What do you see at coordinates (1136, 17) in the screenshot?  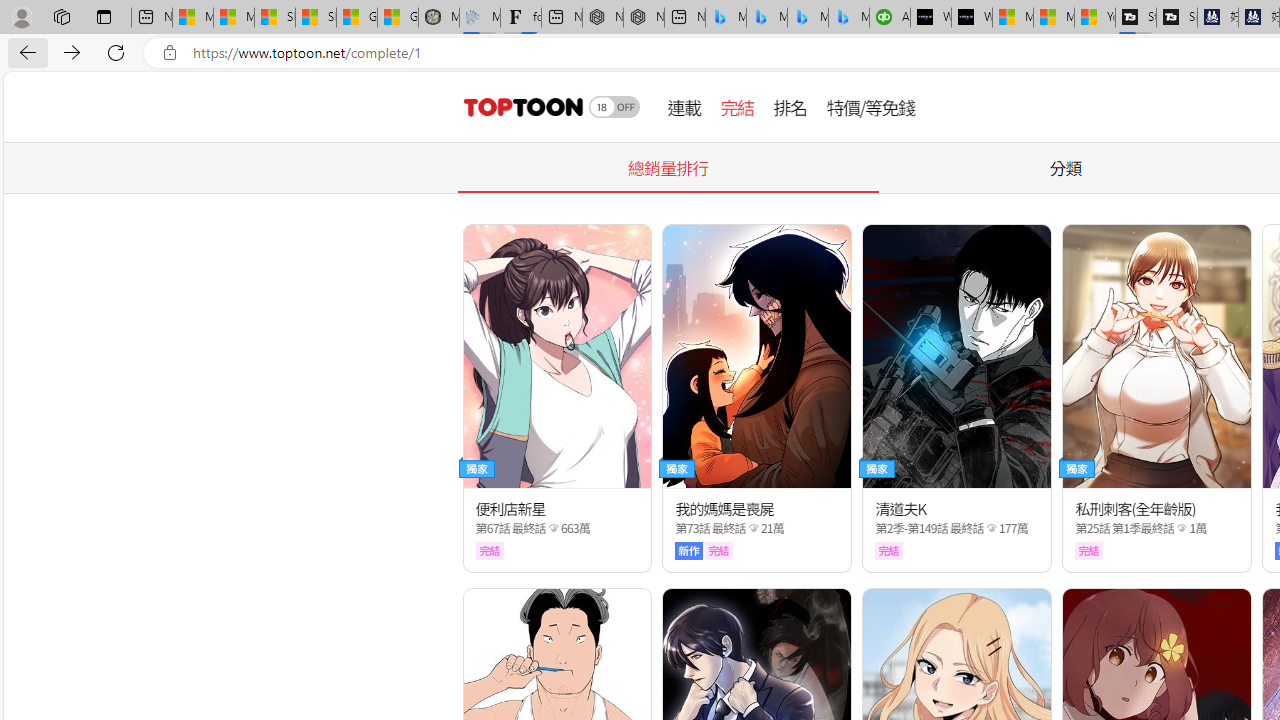 I see `'Streaming Coverage | T3'` at bounding box center [1136, 17].